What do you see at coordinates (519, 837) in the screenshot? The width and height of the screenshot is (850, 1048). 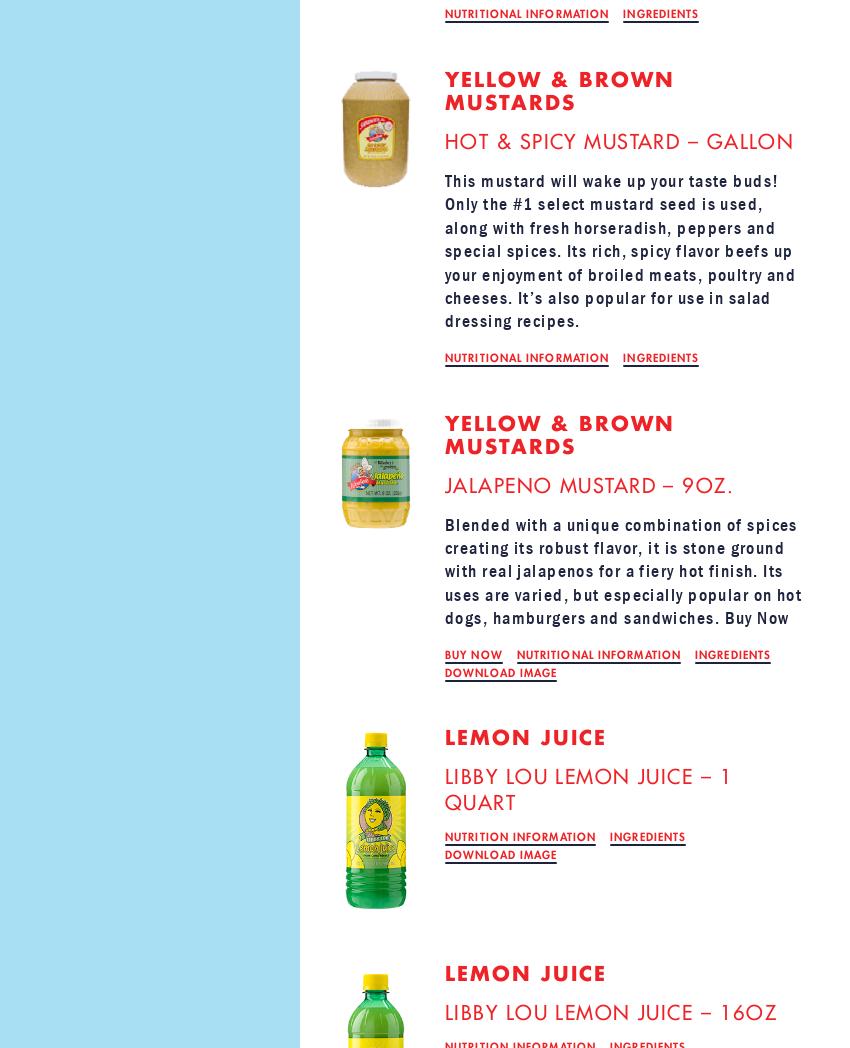 I see `'NUTRITION INFORMATION'` at bounding box center [519, 837].